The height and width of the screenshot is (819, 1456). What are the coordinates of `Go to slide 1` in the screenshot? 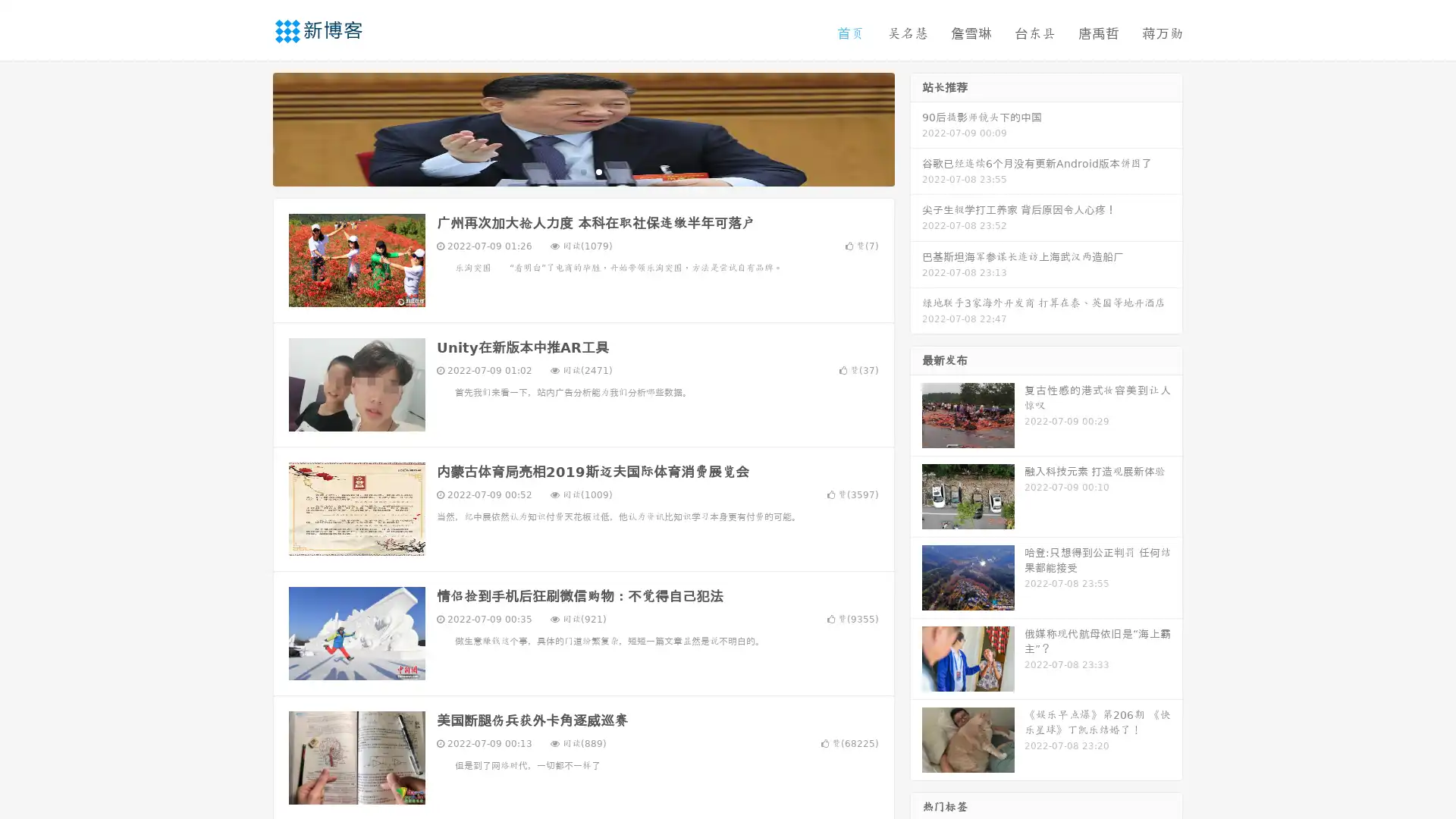 It's located at (567, 171).